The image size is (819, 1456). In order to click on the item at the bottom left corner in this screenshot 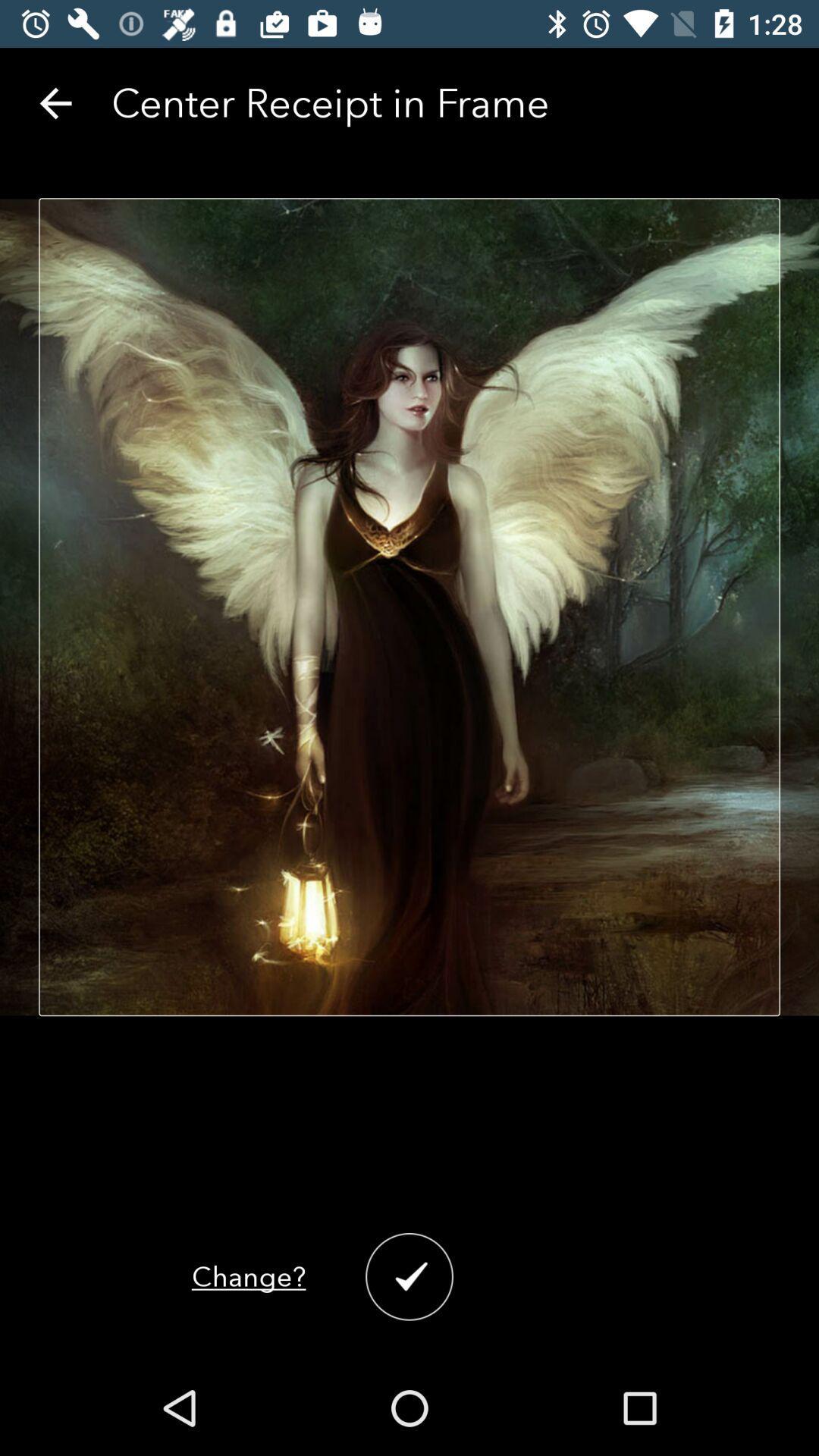, I will do `click(248, 1276)`.